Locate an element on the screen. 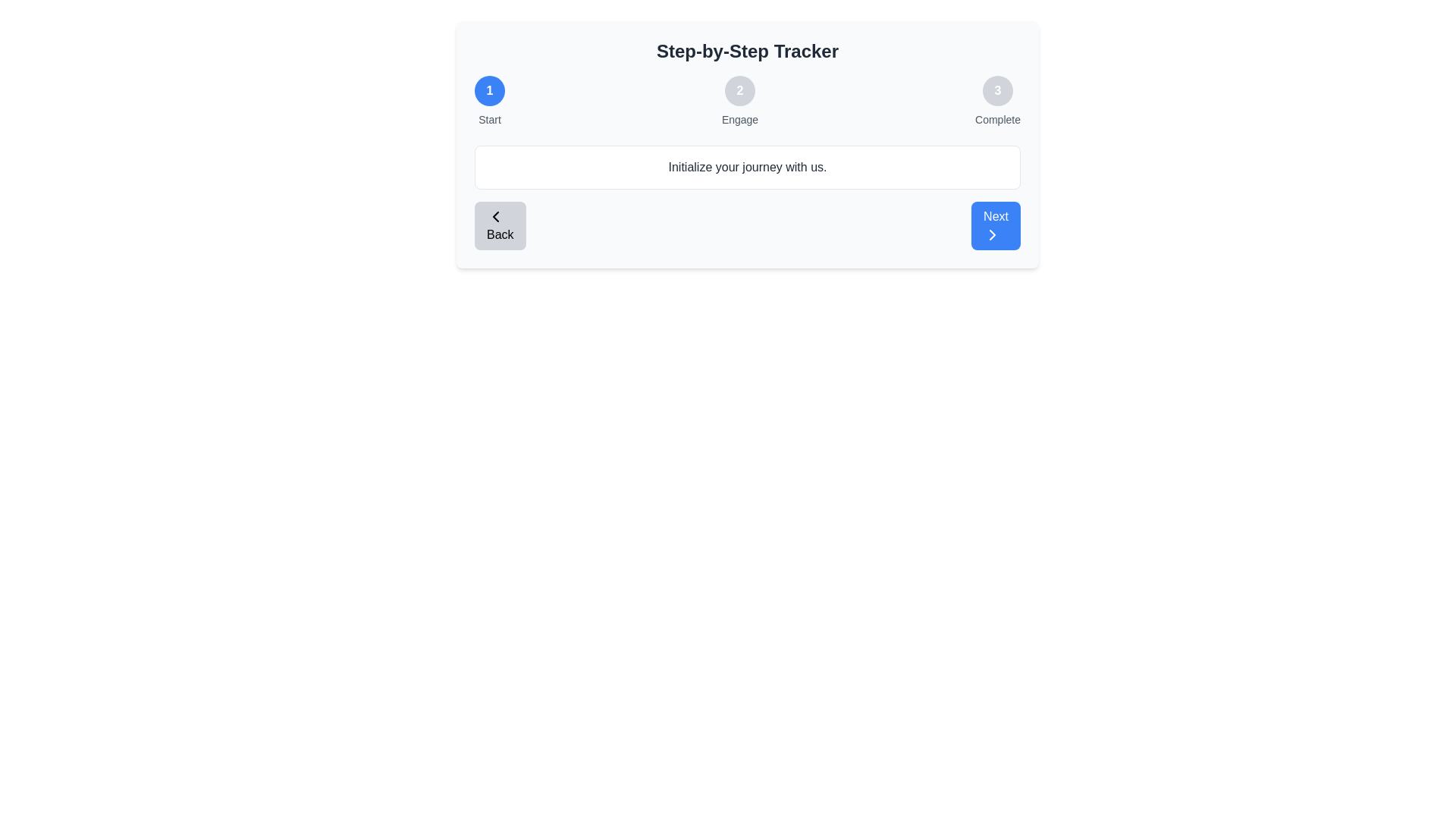 Image resolution: width=1456 pixels, height=819 pixels. the Step Tracker element is located at coordinates (747, 102).